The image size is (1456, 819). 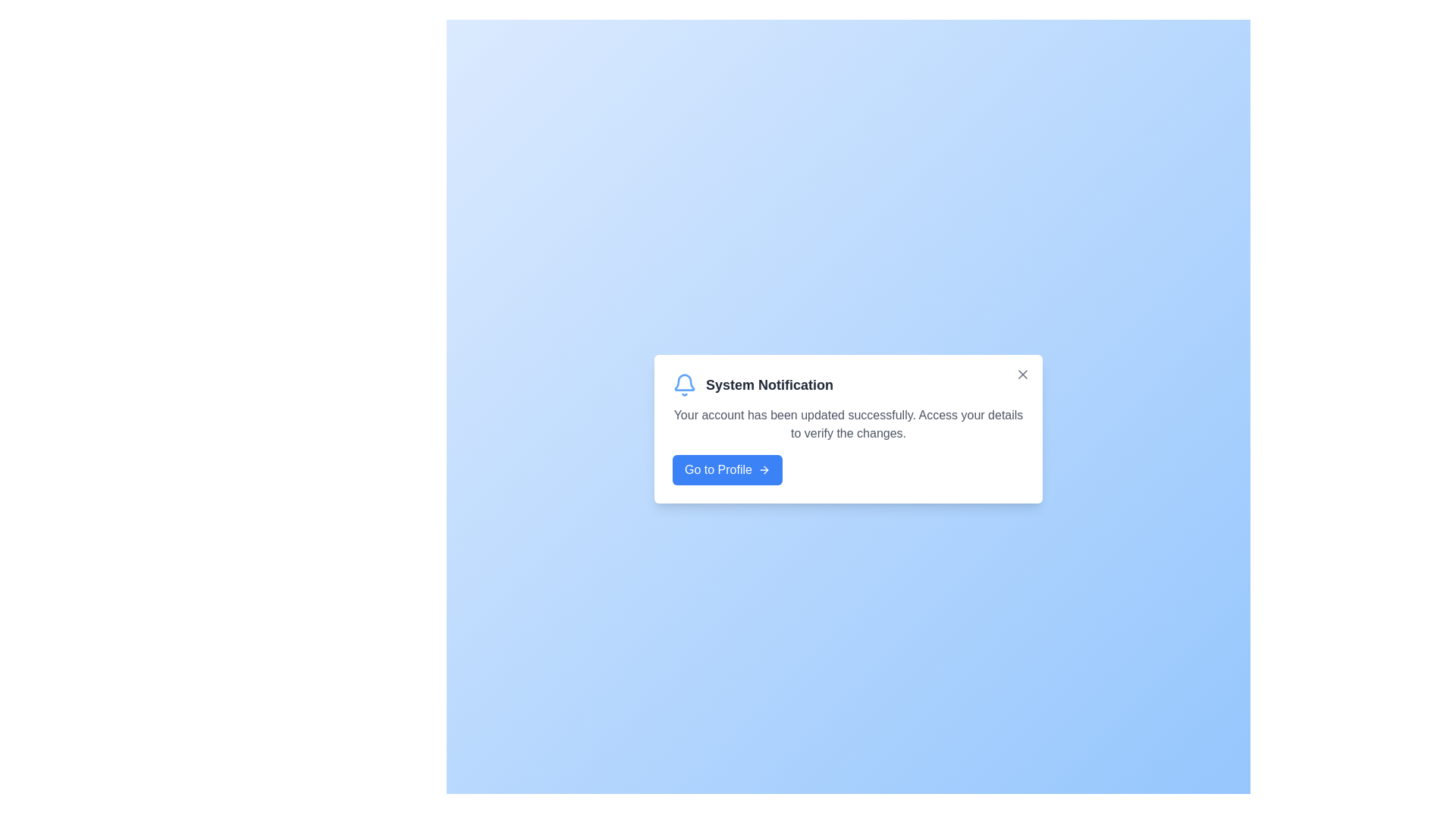 What do you see at coordinates (1022, 374) in the screenshot?
I see `close button to dismiss the alert` at bounding box center [1022, 374].